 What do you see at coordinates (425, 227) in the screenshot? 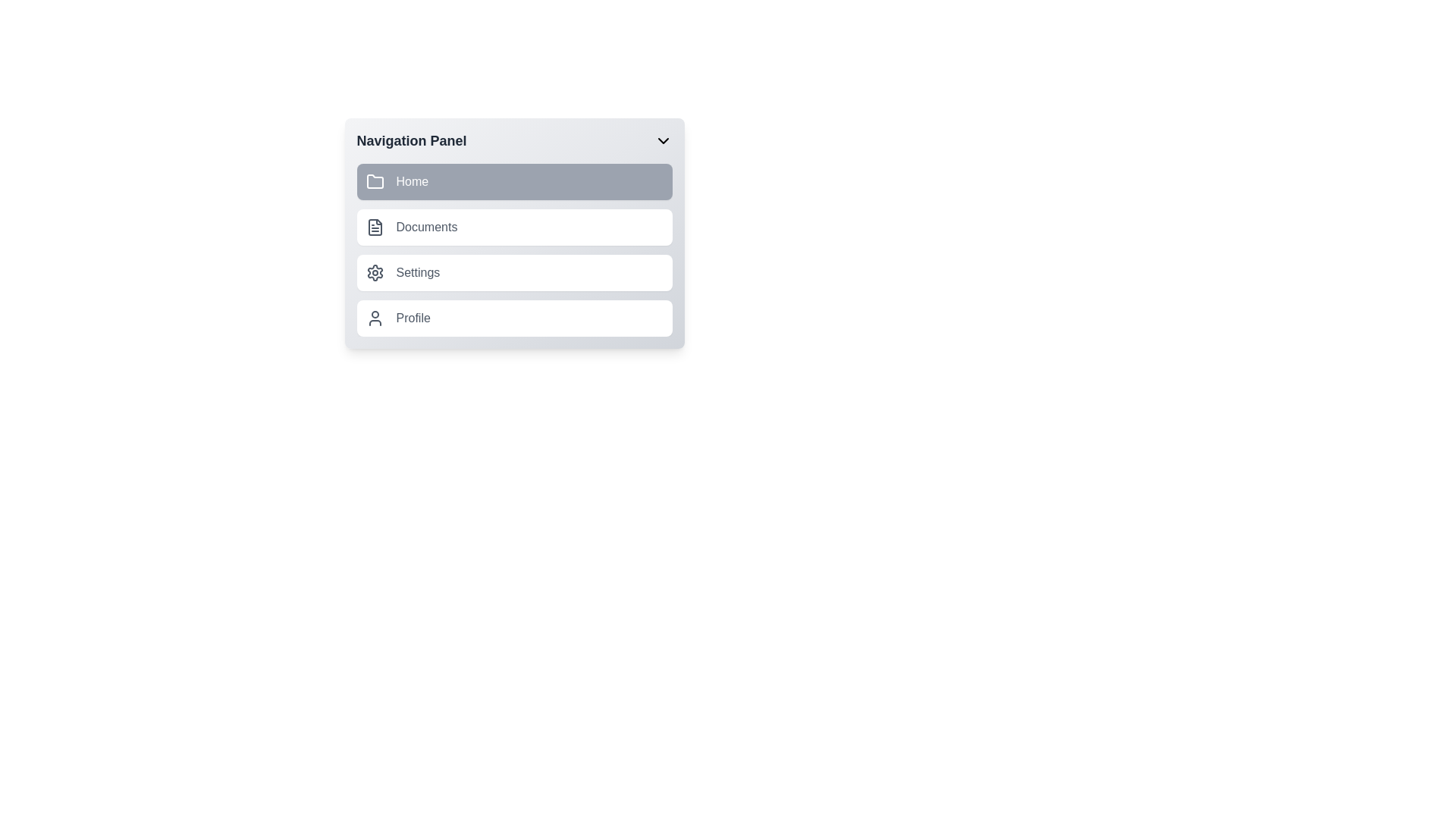
I see `the text label displaying 'Documents' which is located in the second row of the navigation panel, to the right of the document icon, for potential visual feedback` at bounding box center [425, 227].